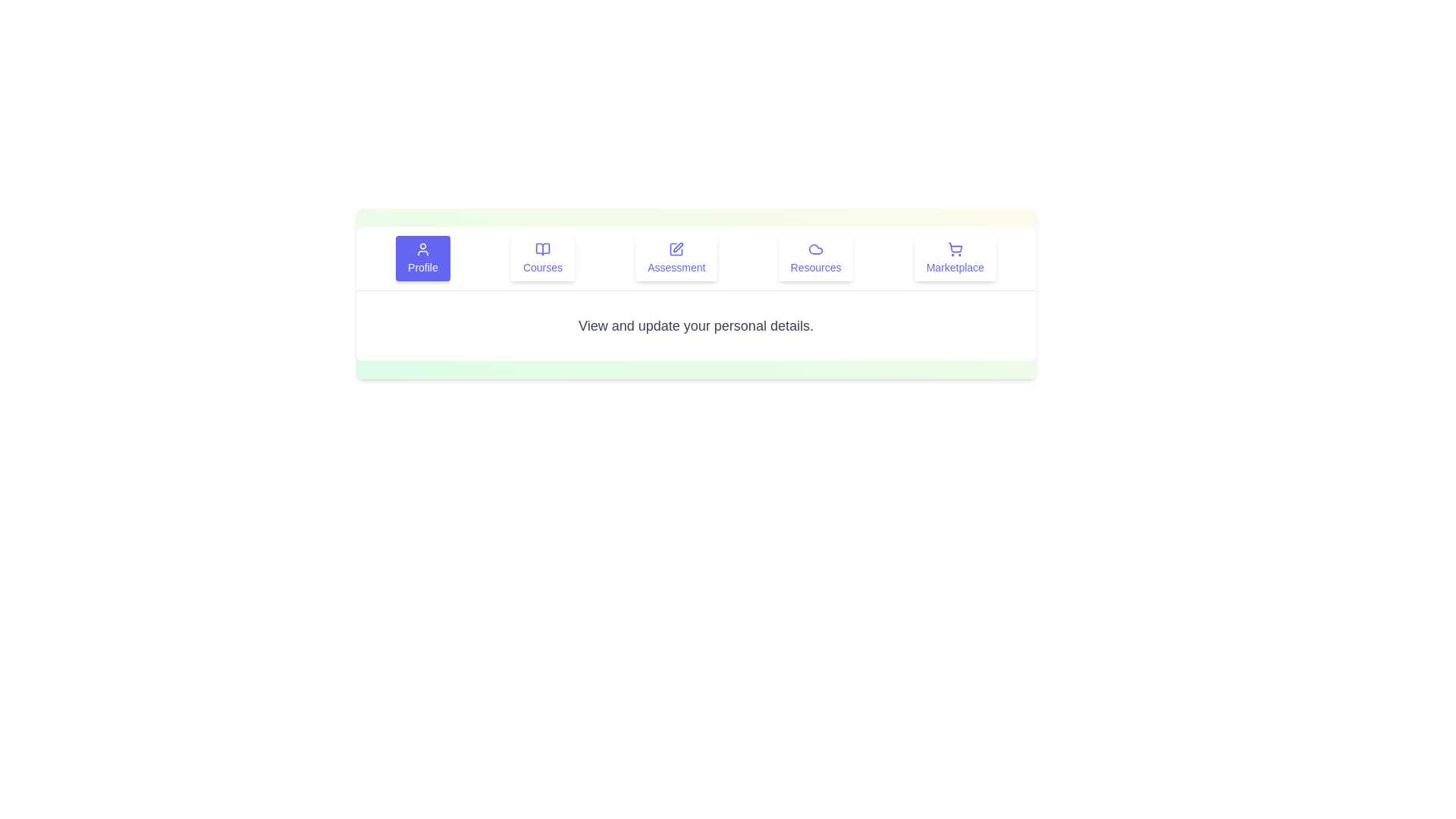 This screenshot has width=1456, height=819. I want to click on the shopping cart SVG icon located in the 'Marketplace' card, positioned towards the top center-right of the page, so click(954, 246).